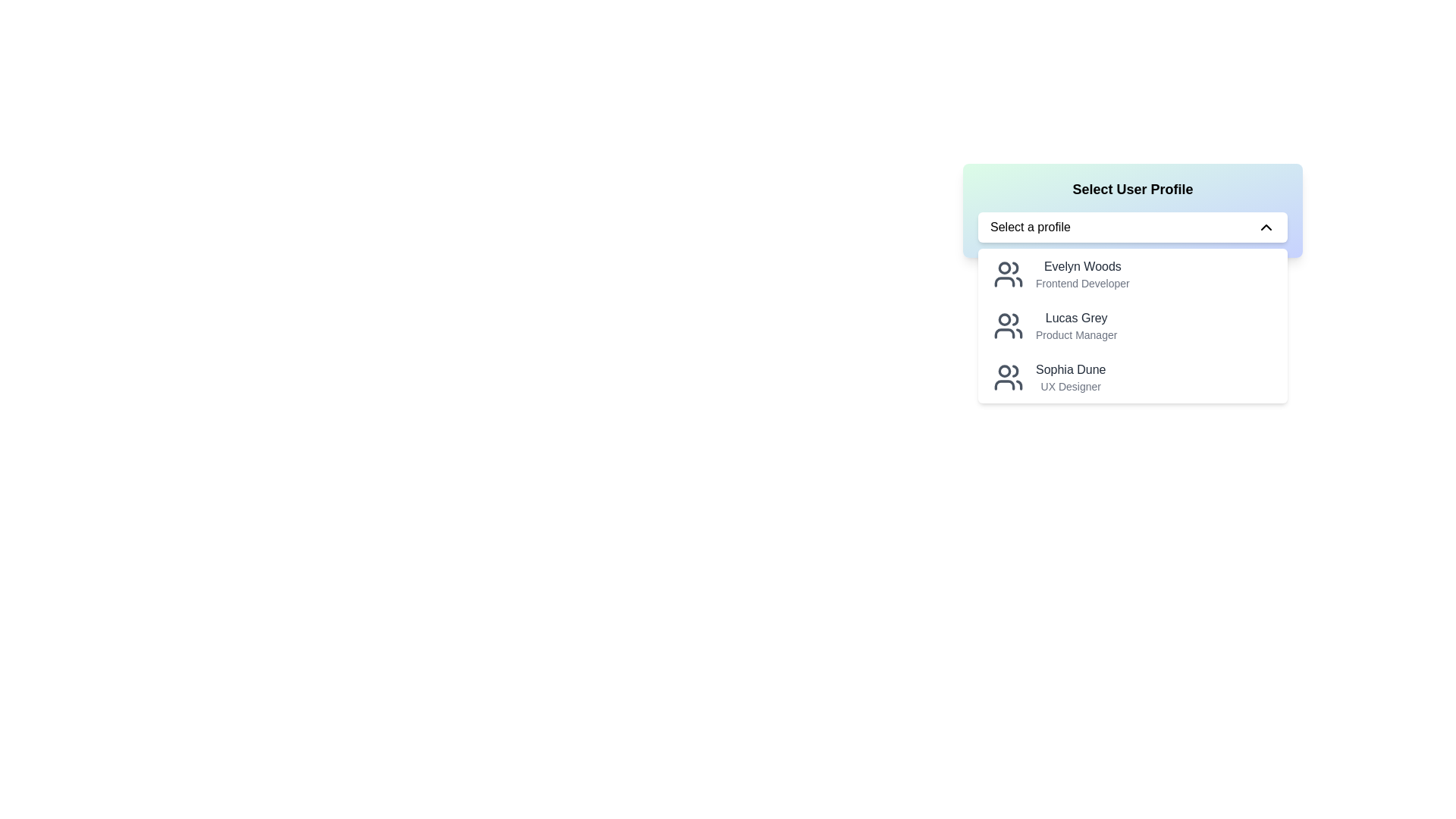 The image size is (1456, 819). I want to click on the SVG Circle element located to the left of the 'Evelyn Woods' text in the dropdown list labeled 'Select a profile', so click(1004, 267).